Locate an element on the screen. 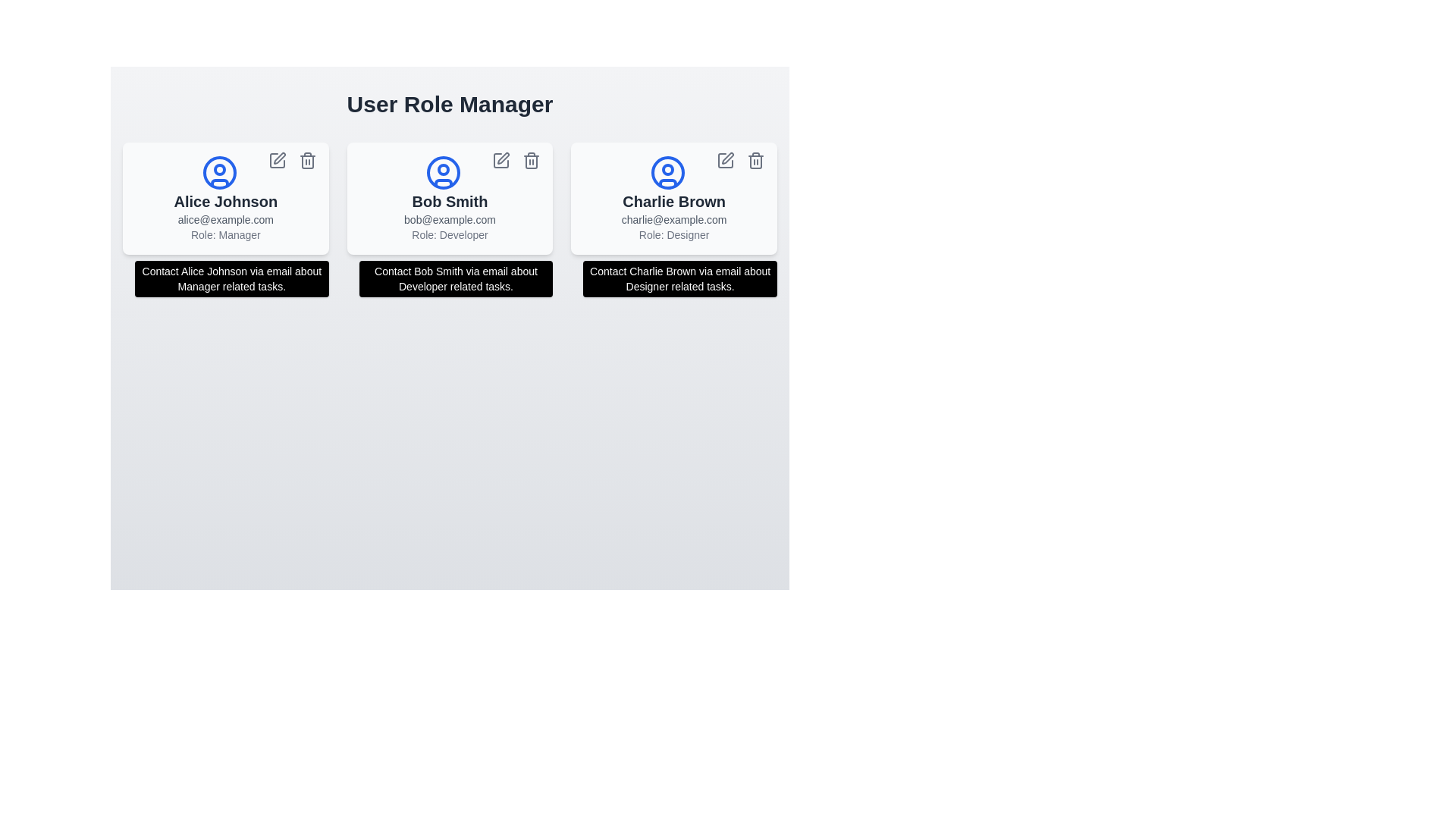 Image resolution: width=1456 pixels, height=819 pixels. the user profile icon, which is a blue circular icon located in the top-left section of the card for 'Charlie Brown' is located at coordinates (667, 171).